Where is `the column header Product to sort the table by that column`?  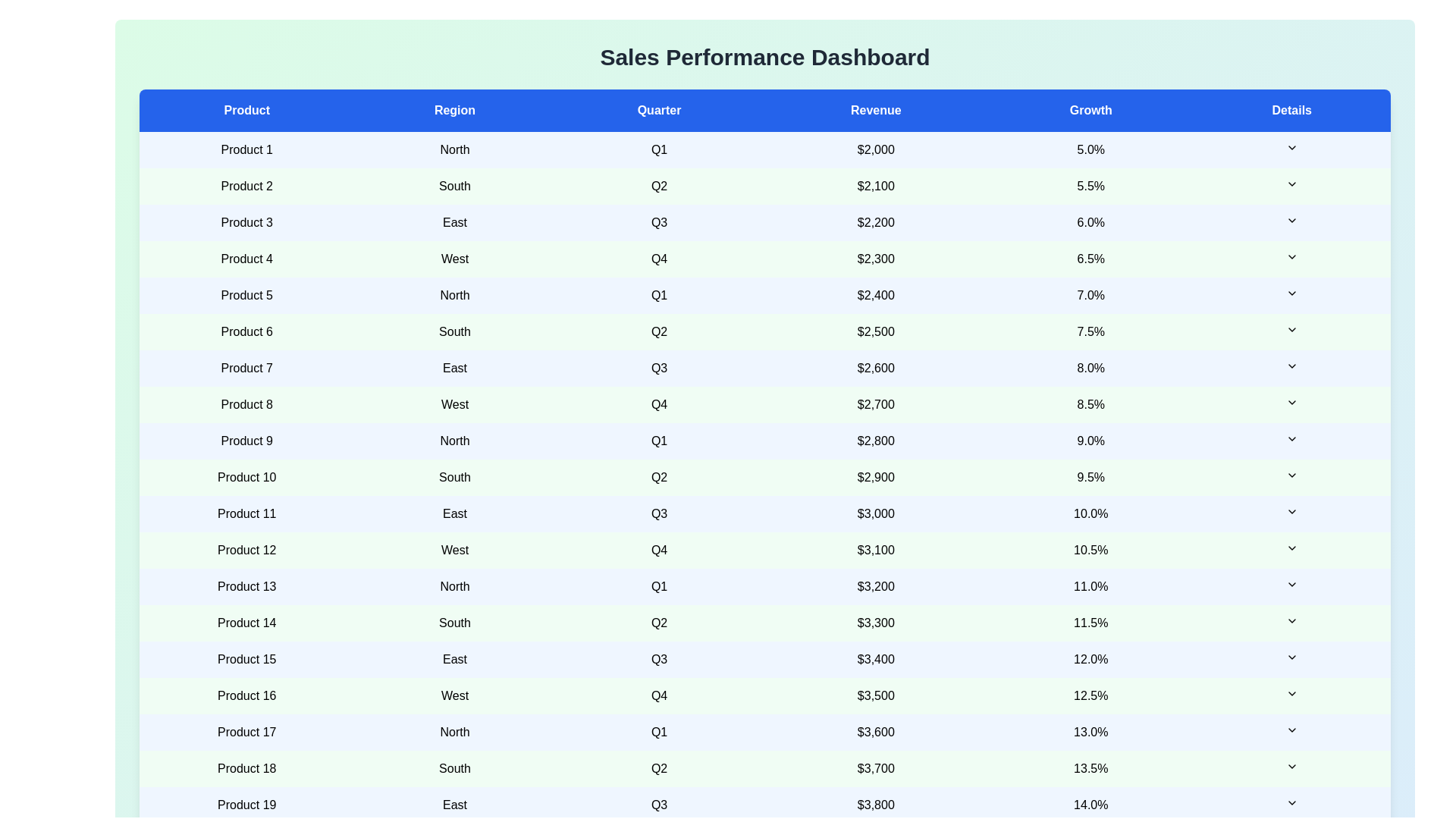
the column header Product to sort the table by that column is located at coordinates (246, 110).